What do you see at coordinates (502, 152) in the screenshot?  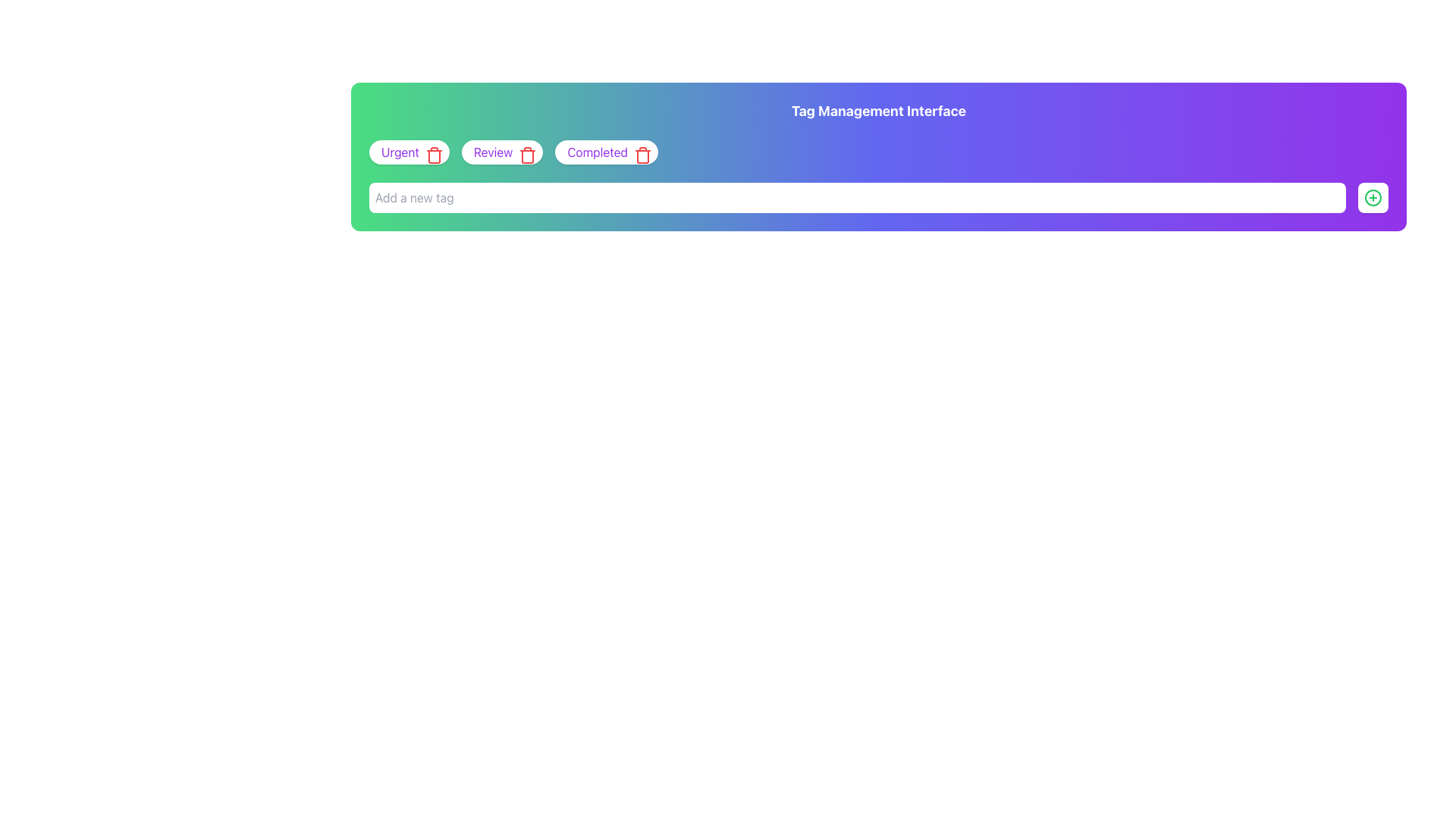 I see `the 'Review' button element, which is the second button in a horizontal list of category selectors, to potentially trigger hover effects or tooltips` at bounding box center [502, 152].